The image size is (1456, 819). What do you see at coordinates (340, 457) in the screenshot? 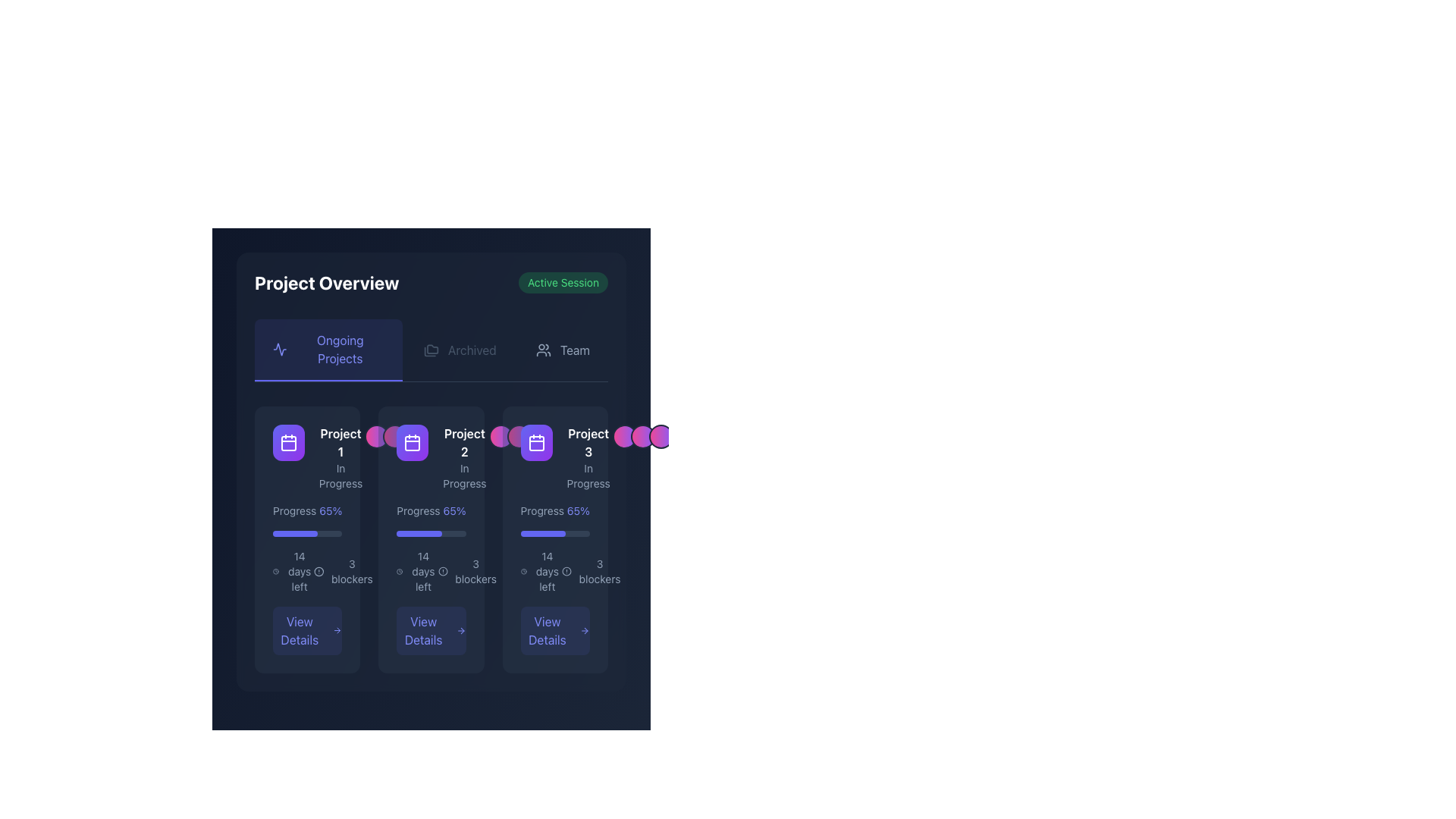
I see `the text label that displays 'Project 1' in bold white text and 'In Progress' in lighter gray text, located in the first column of the project cards section` at bounding box center [340, 457].